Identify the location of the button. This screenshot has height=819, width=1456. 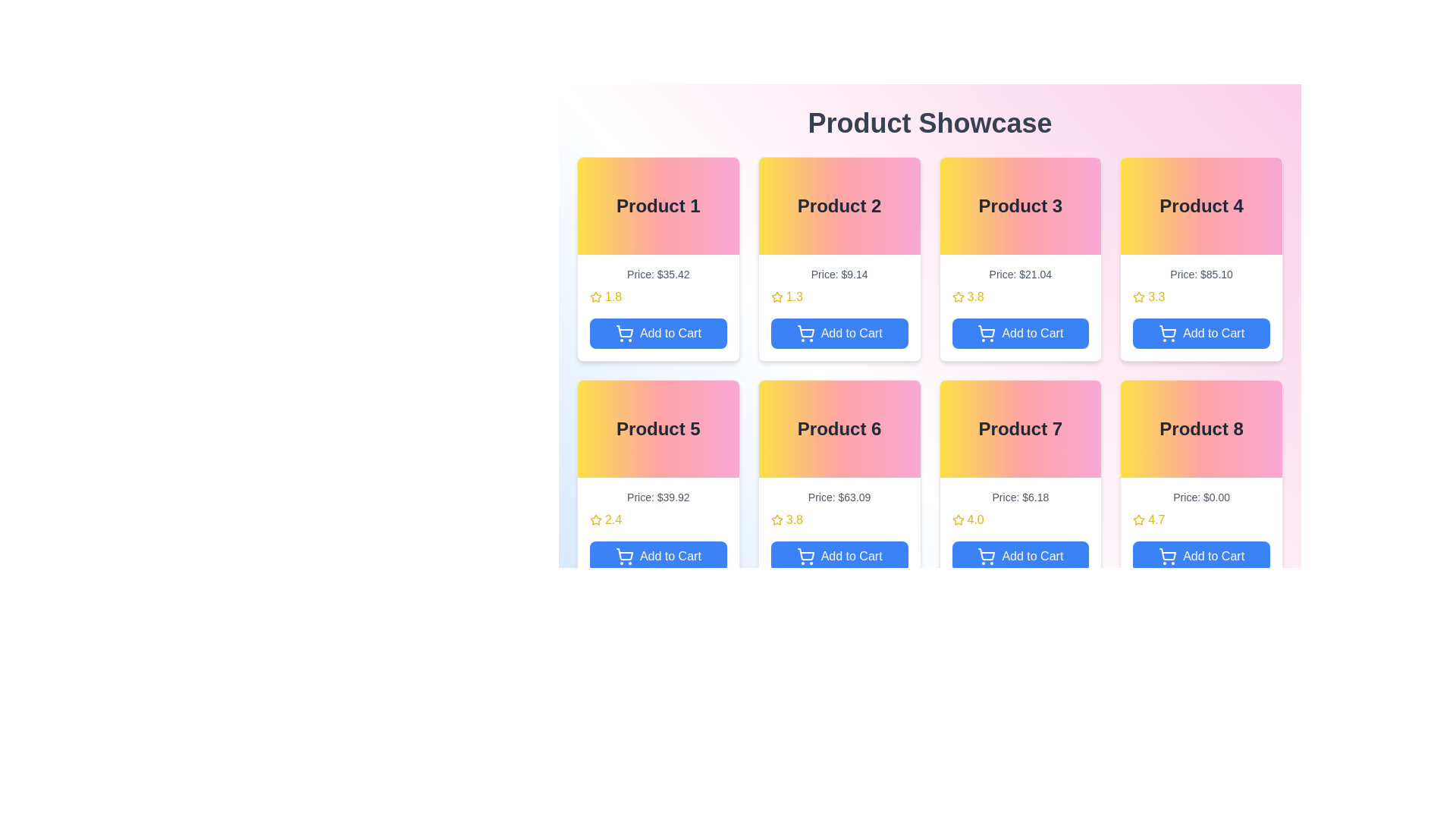
(1020, 307).